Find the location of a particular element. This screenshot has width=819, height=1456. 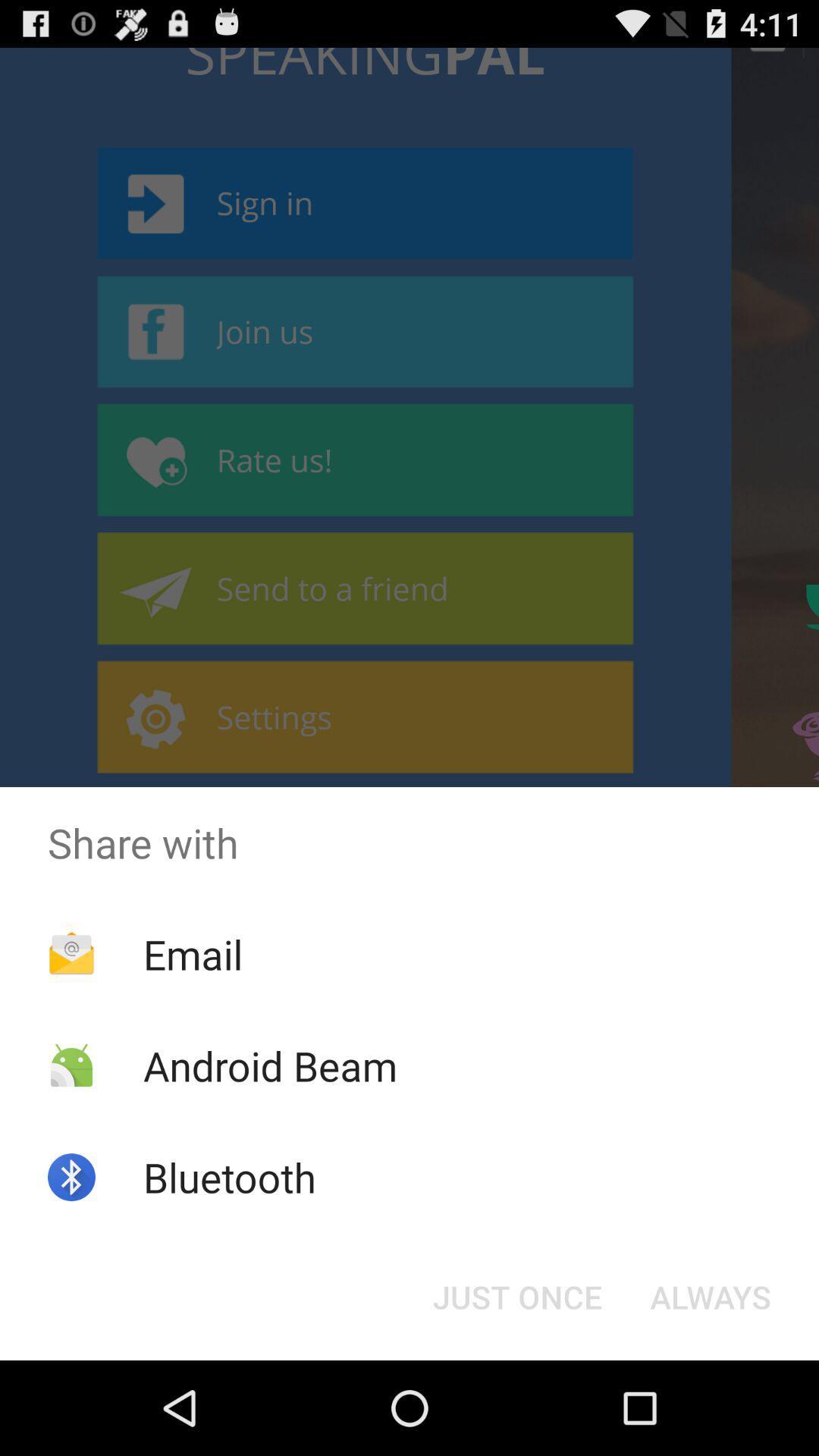

item at the bottom is located at coordinates (516, 1295).